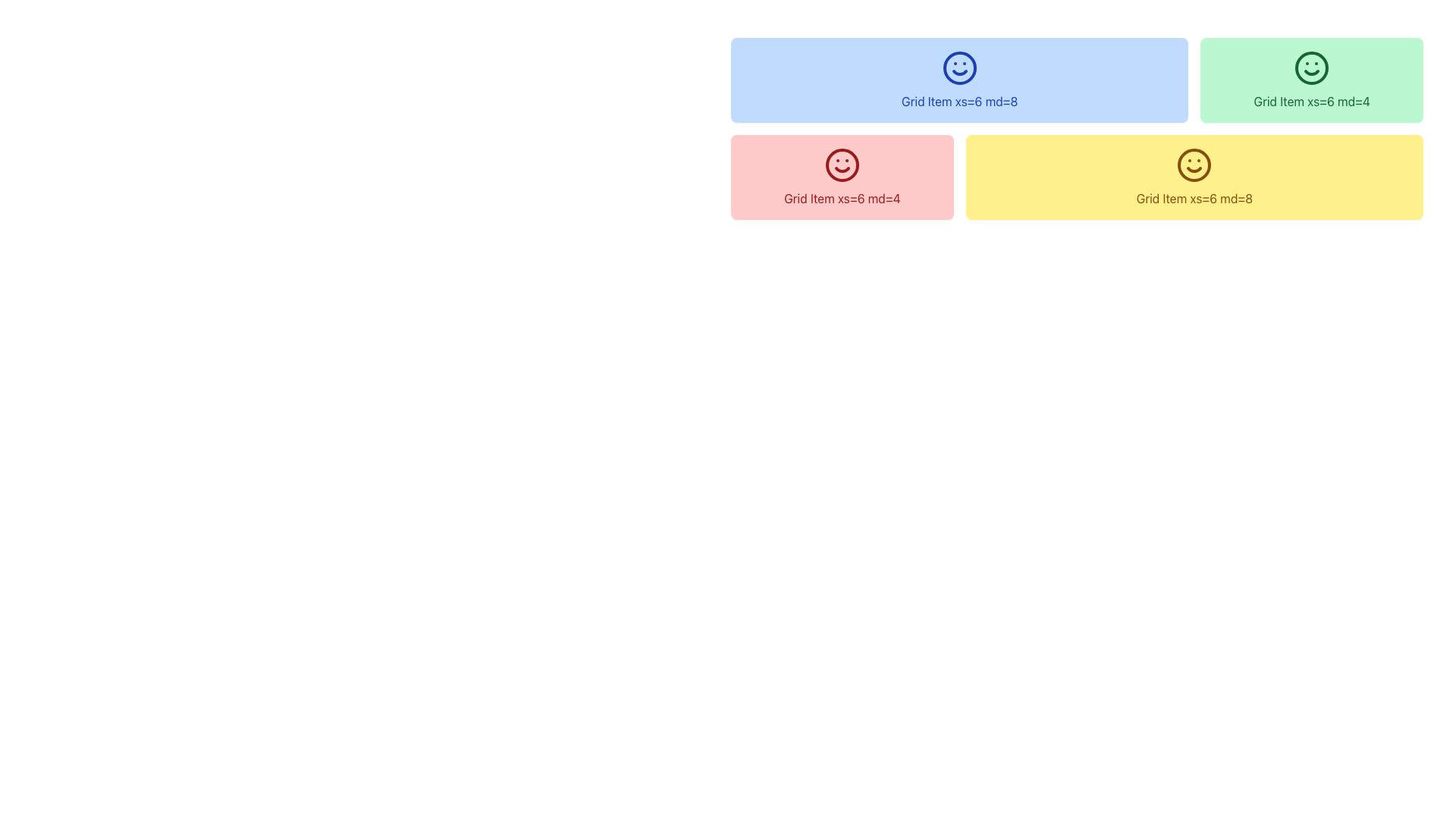  Describe the element at coordinates (841, 177) in the screenshot. I see `the information card located in the second row and first column of the grid display, positioned below the blue card and` at that location.